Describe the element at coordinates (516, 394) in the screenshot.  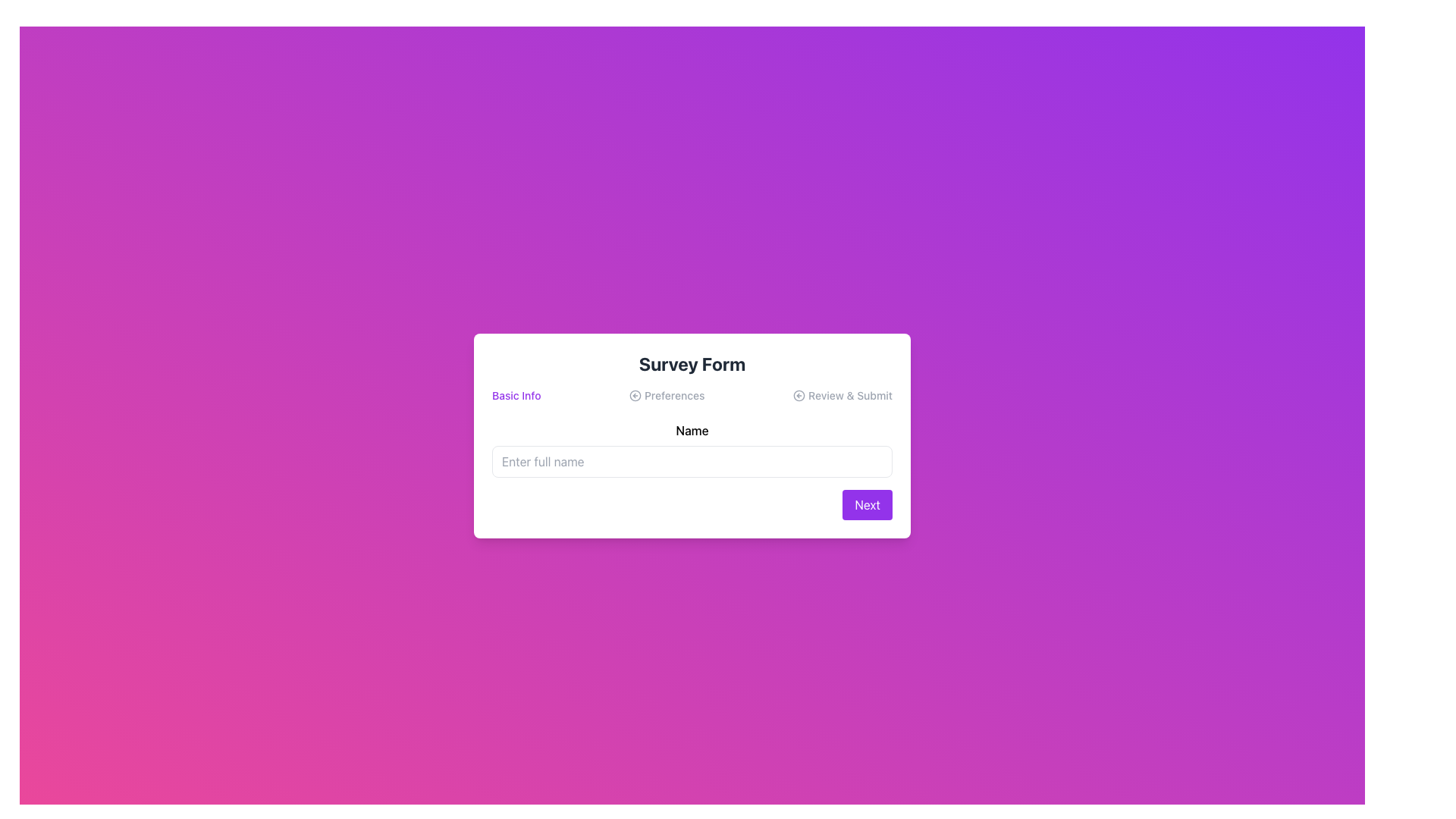
I see `the text label that denotes the current active section in the multi-step form, located to the left of 'Preferences' and 'Review & Submit'` at that location.